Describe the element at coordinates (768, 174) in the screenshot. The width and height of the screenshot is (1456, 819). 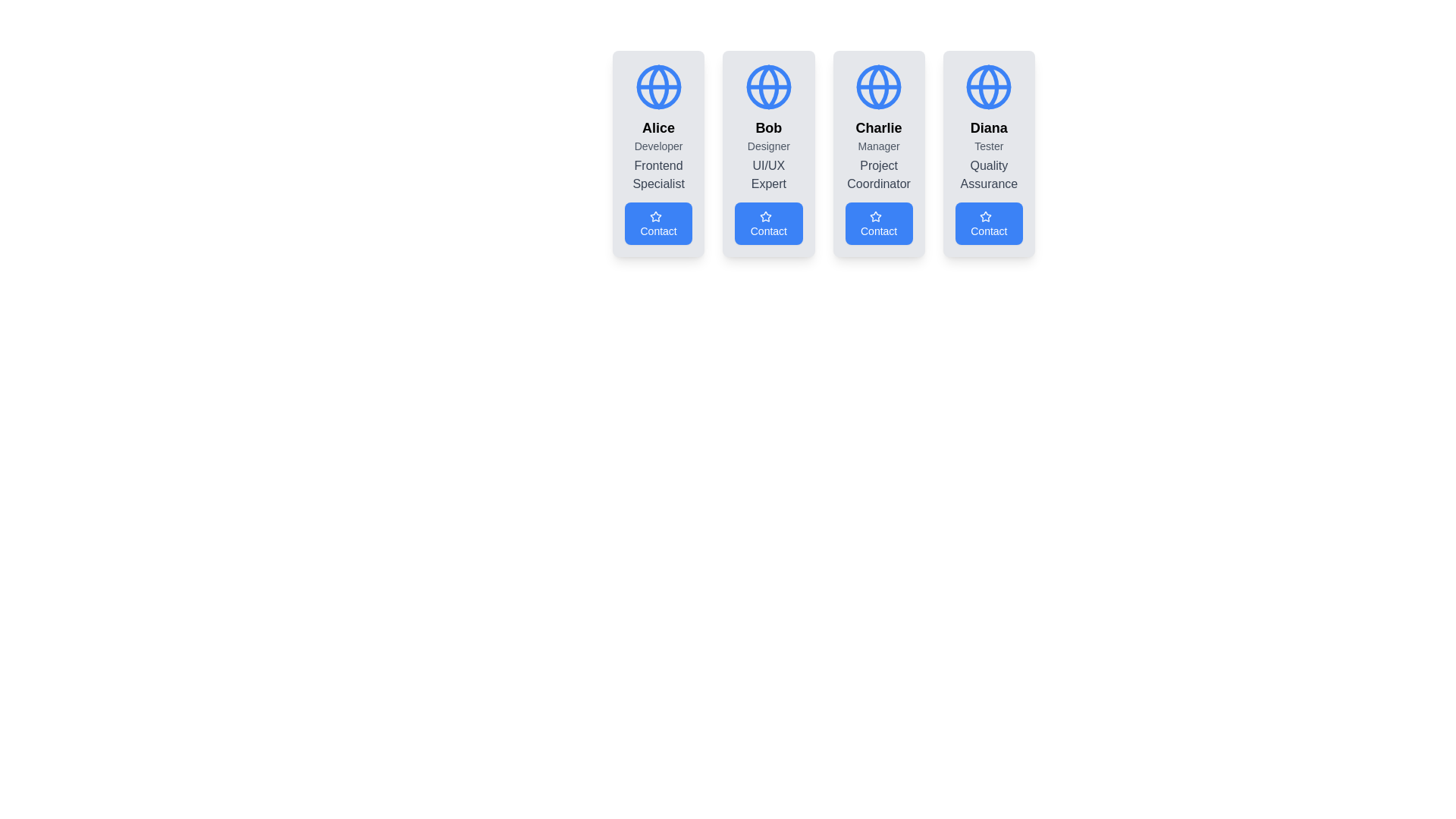
I see `the 'UI/UX Expert' text label, which is styled in muted gray and located below the 'Designer' text and above the 'Contact' button in Bob's profile card` at that location.